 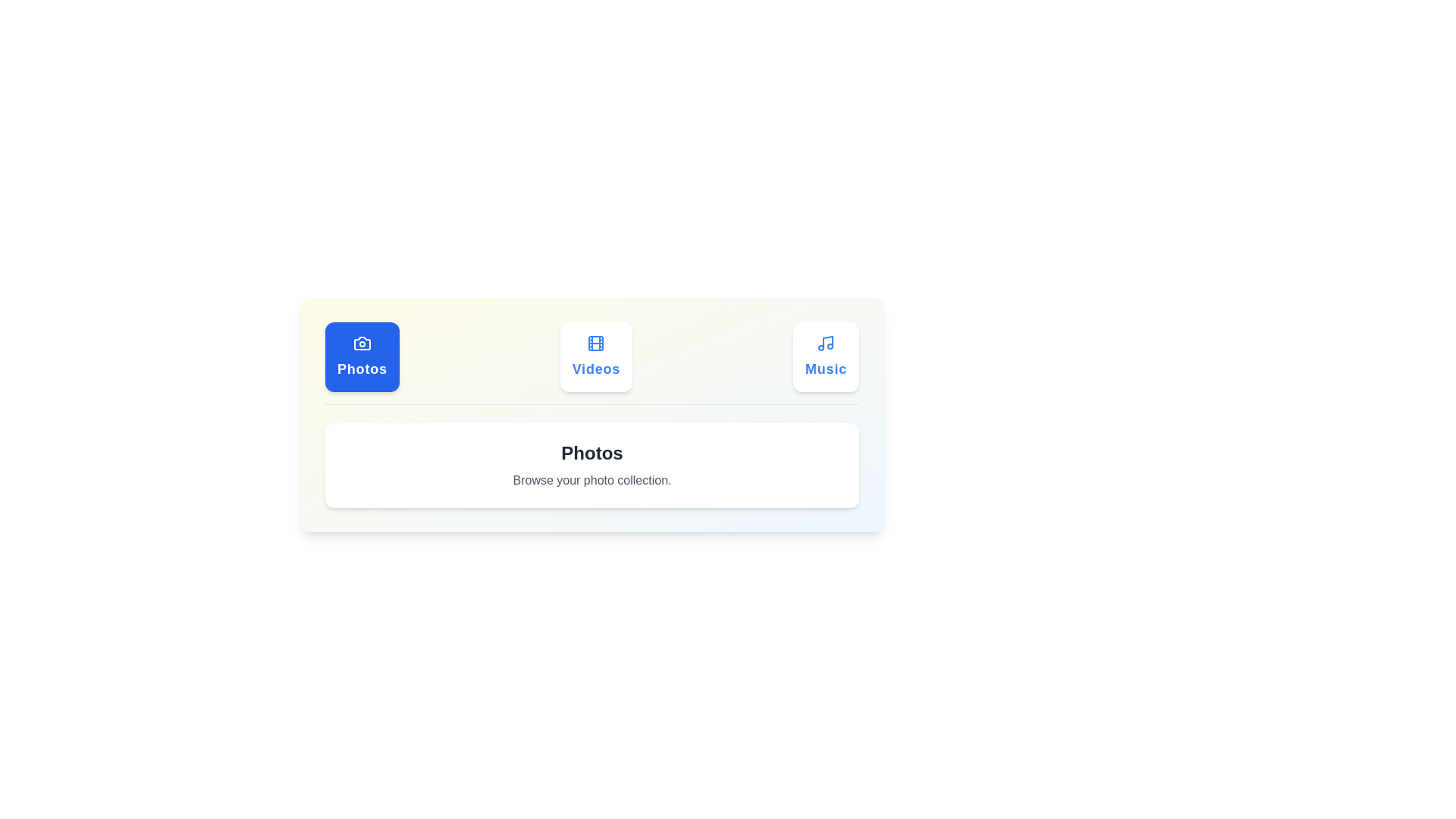 What do you see at coordinates (825, 356) in the screenshot?
I see `the Music tab to observe its content` at bounding box center [825, 356].